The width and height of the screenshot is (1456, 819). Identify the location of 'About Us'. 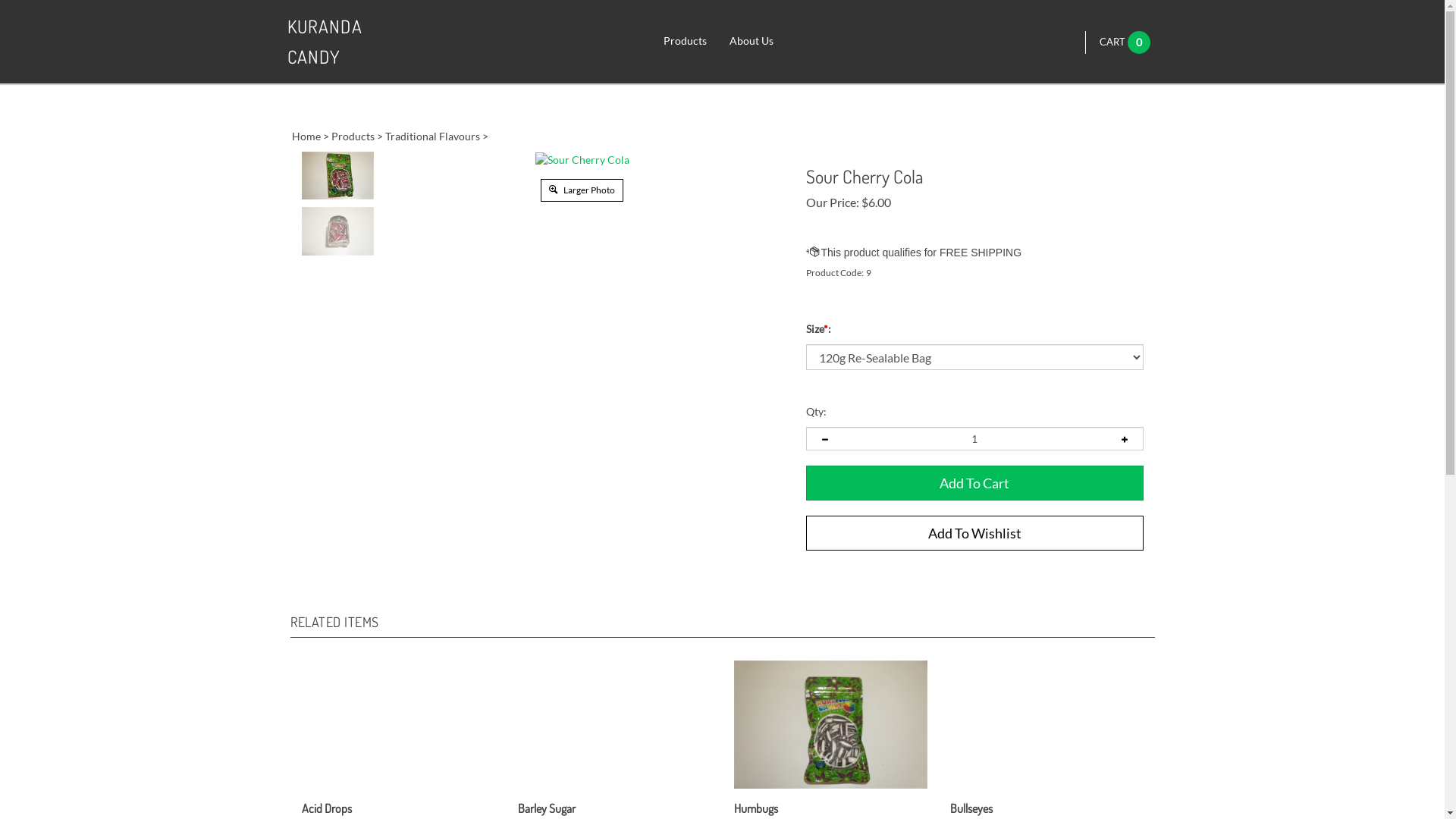
(751, 41).